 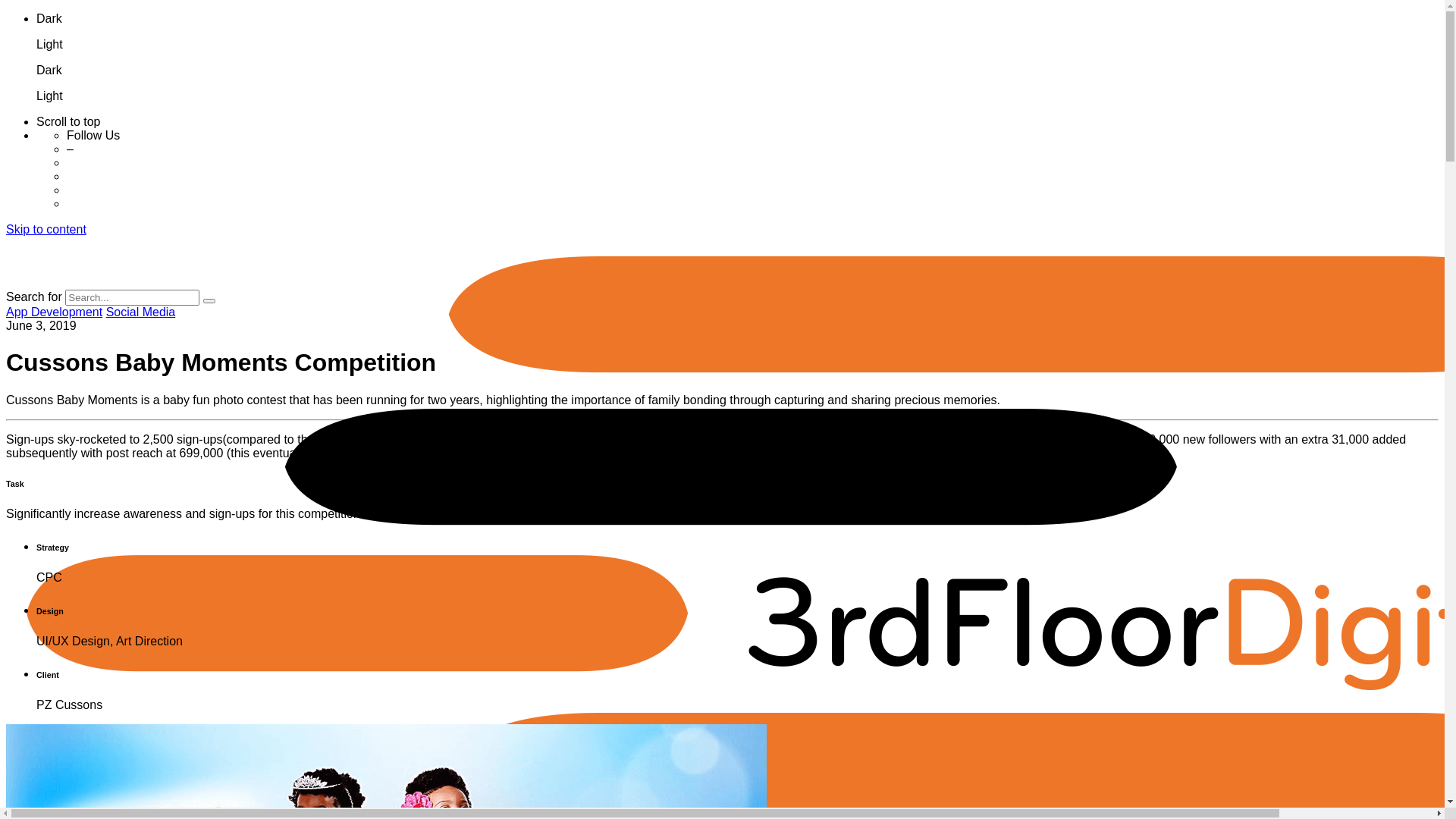 I want to click on 'Skip to content', so click(x=46, y=229).